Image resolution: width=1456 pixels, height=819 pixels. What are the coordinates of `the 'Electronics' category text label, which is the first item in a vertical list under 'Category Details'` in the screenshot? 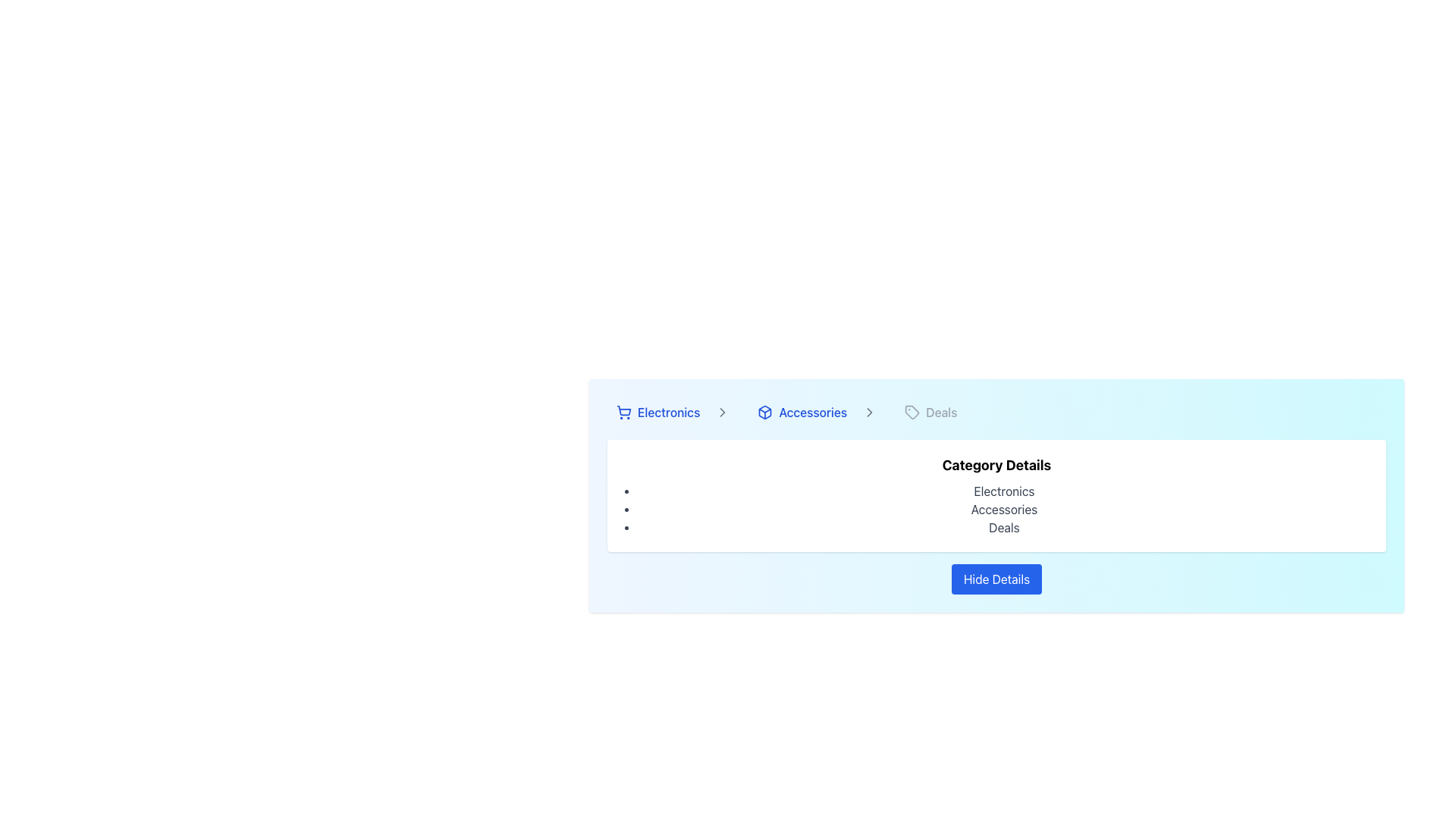 It's located at (1004, 491).